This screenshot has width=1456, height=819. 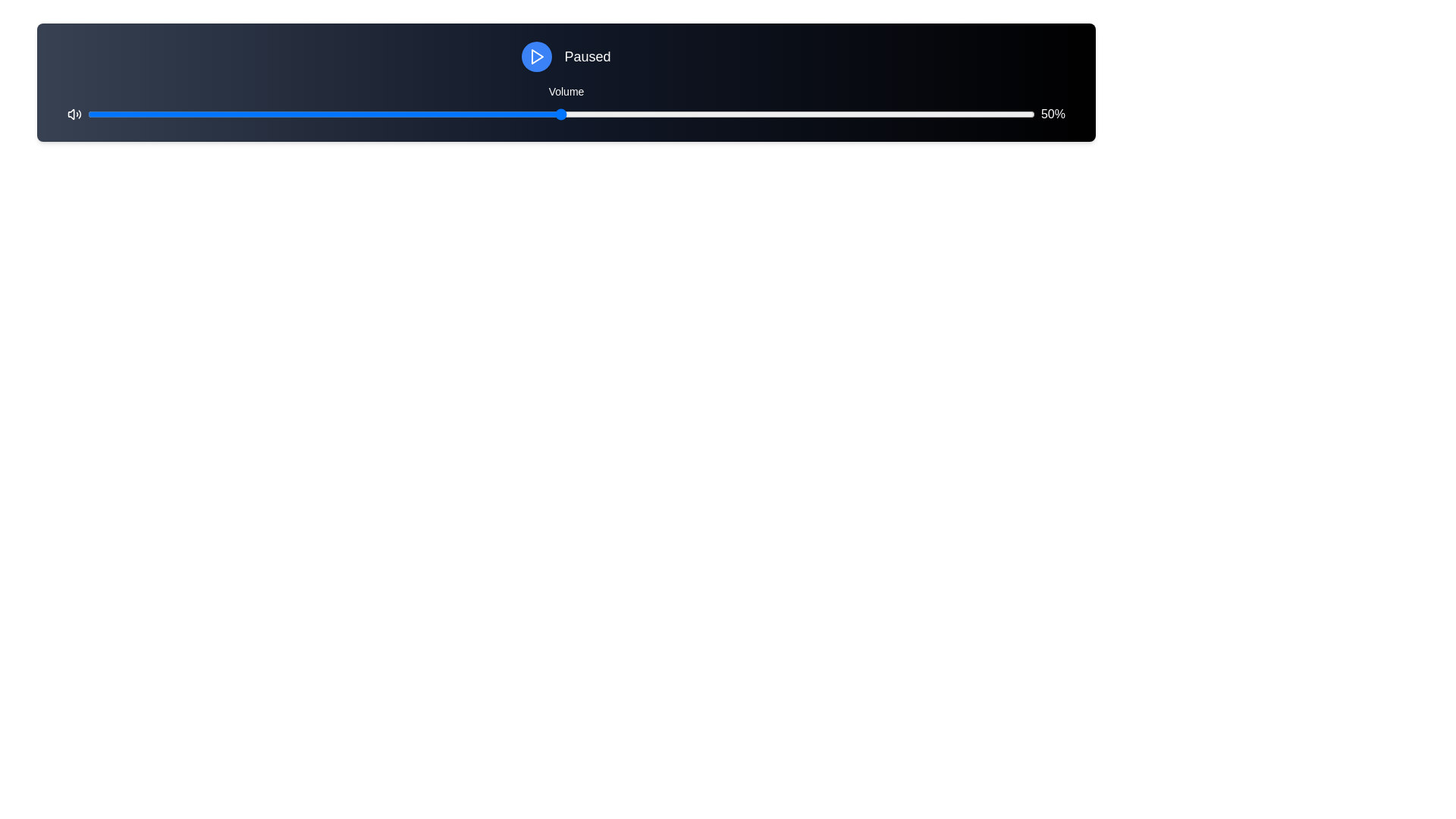 What do you see at coordinates (566, 55) in the screenshot?
I see `text label displaying 'Paused' which is centrally positioned to the right of a circular play button` at bounding box center [566, 55].